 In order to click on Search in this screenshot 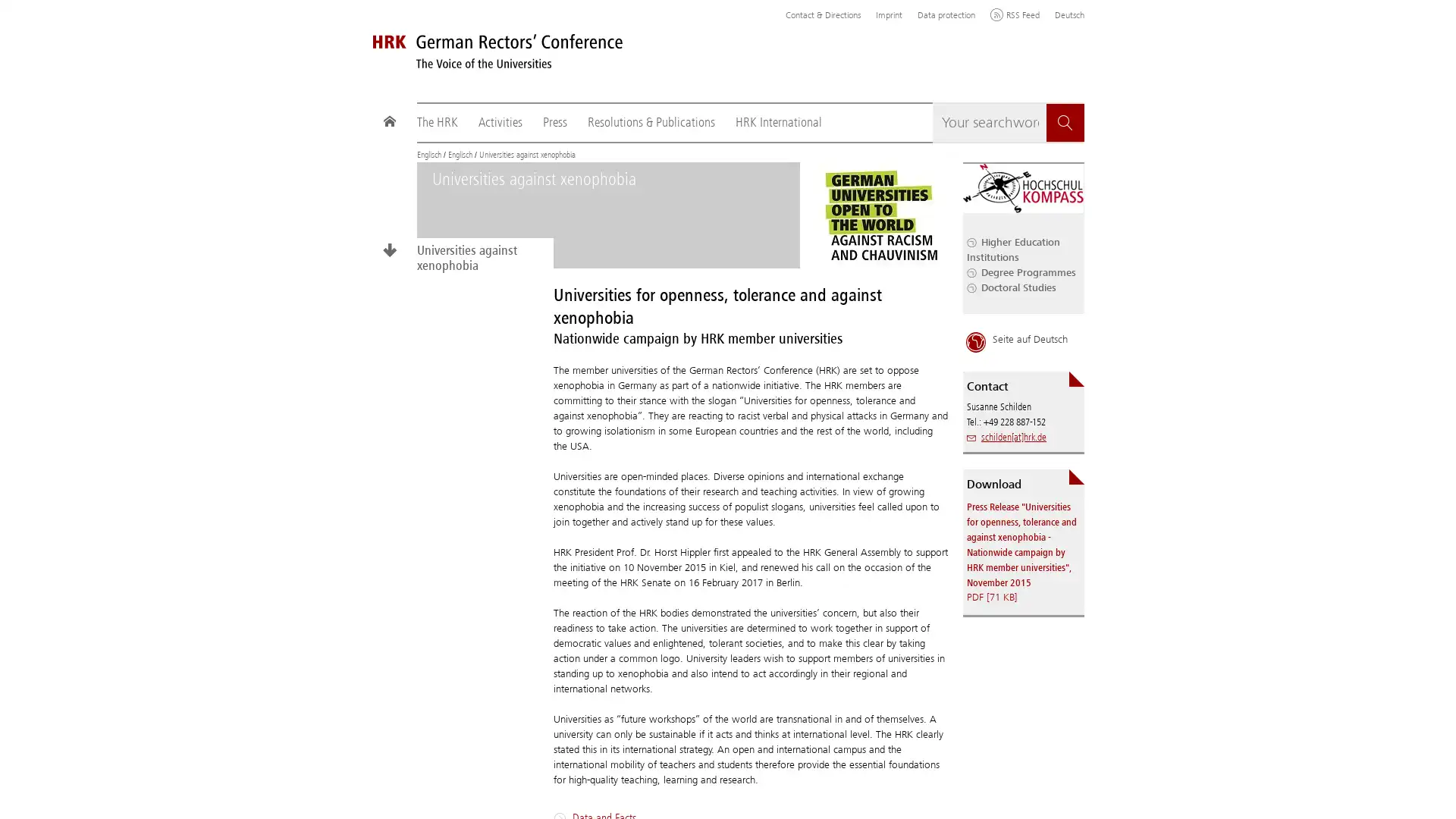, I will do `click(1065, 122)`.